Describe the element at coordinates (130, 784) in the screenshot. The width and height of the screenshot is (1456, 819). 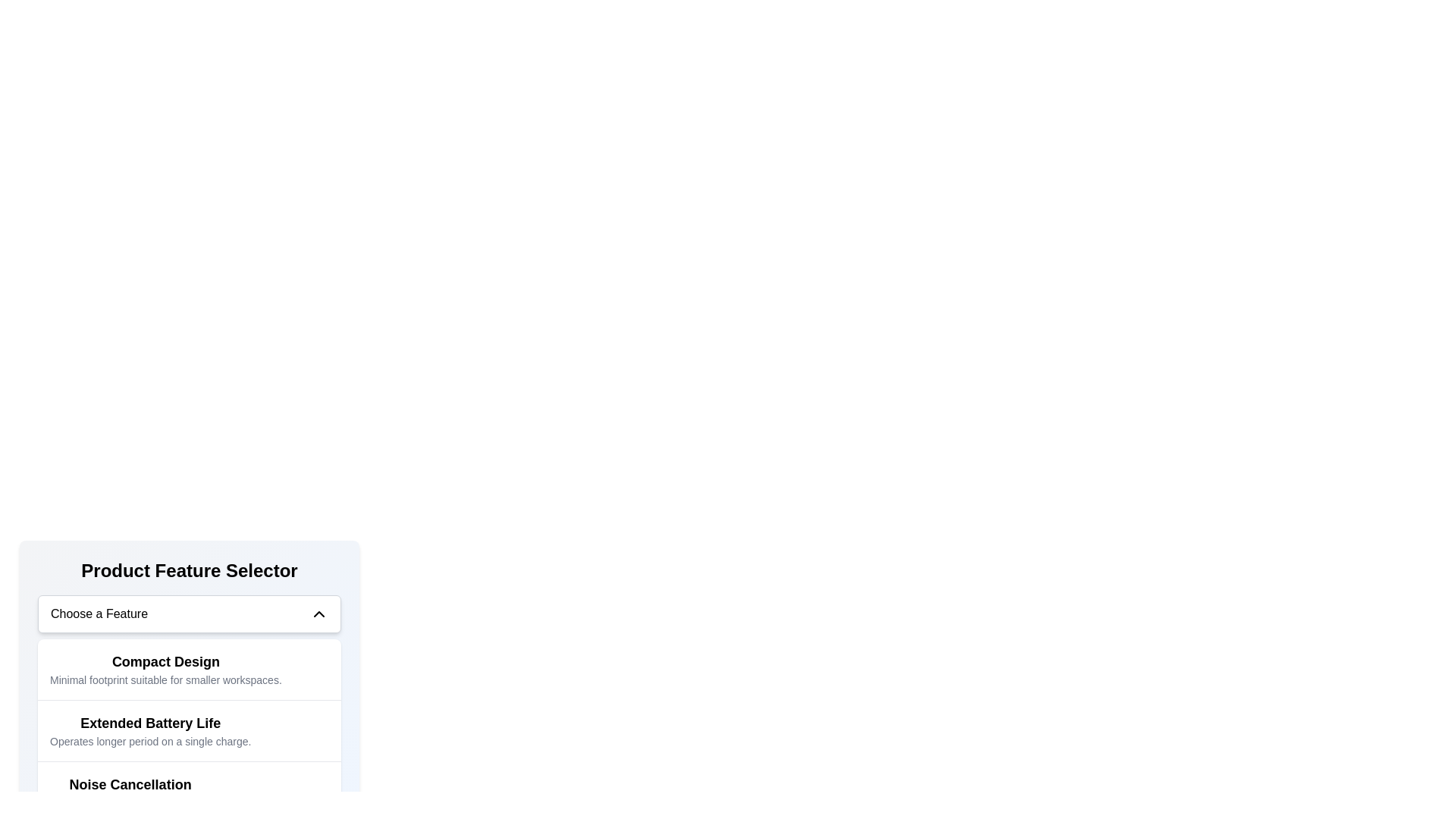
I see `the 'Noise Cancellation' label, which serves as a title for a feature in the 'Product Feature Selector' section, located below 'Extended Battery Life' and above the subtext 'Experience uninterrupted serenity'` at that location.